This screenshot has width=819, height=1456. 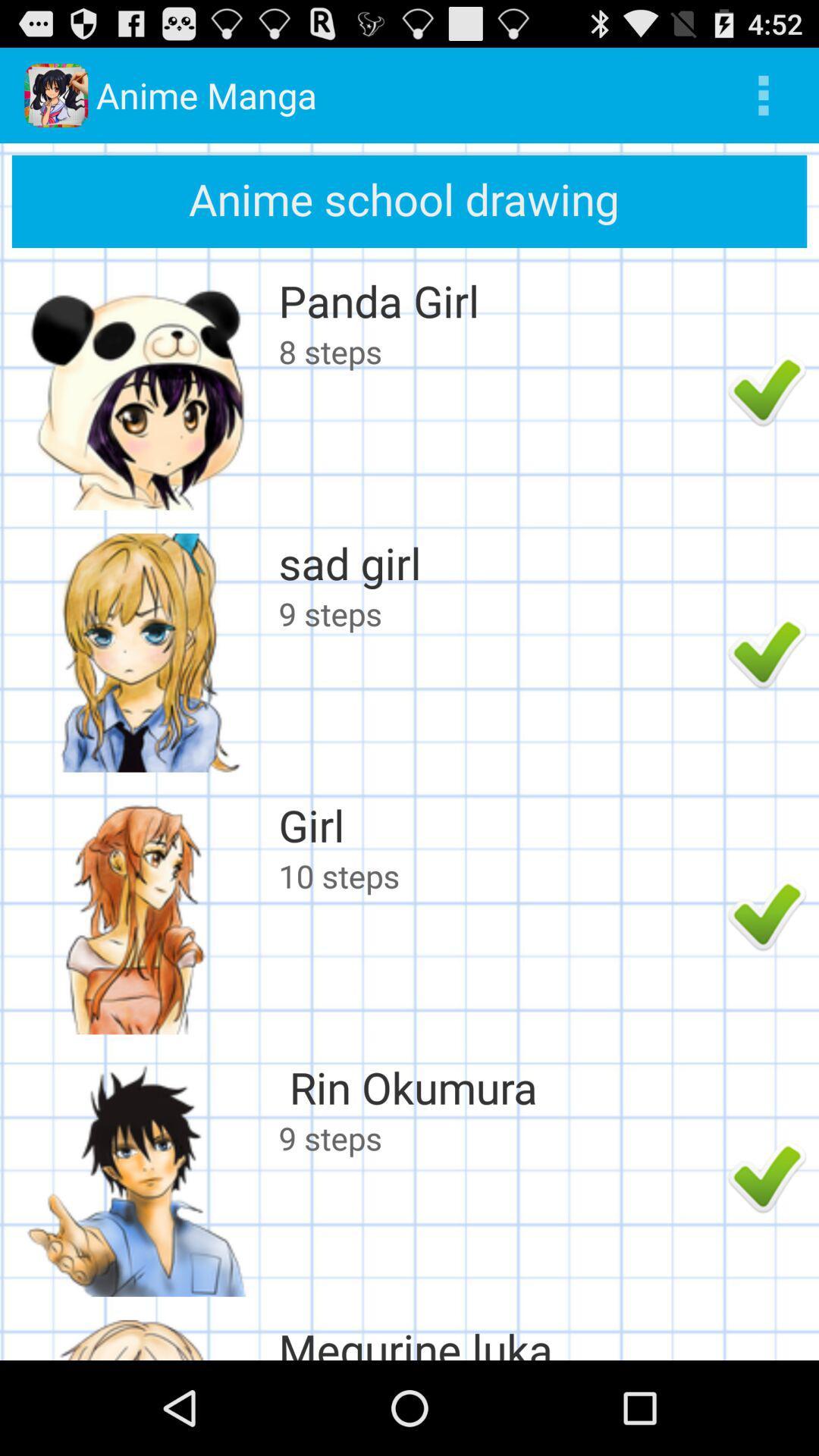 I want to click on item above anime school drawing, so click(x=763, y=94).